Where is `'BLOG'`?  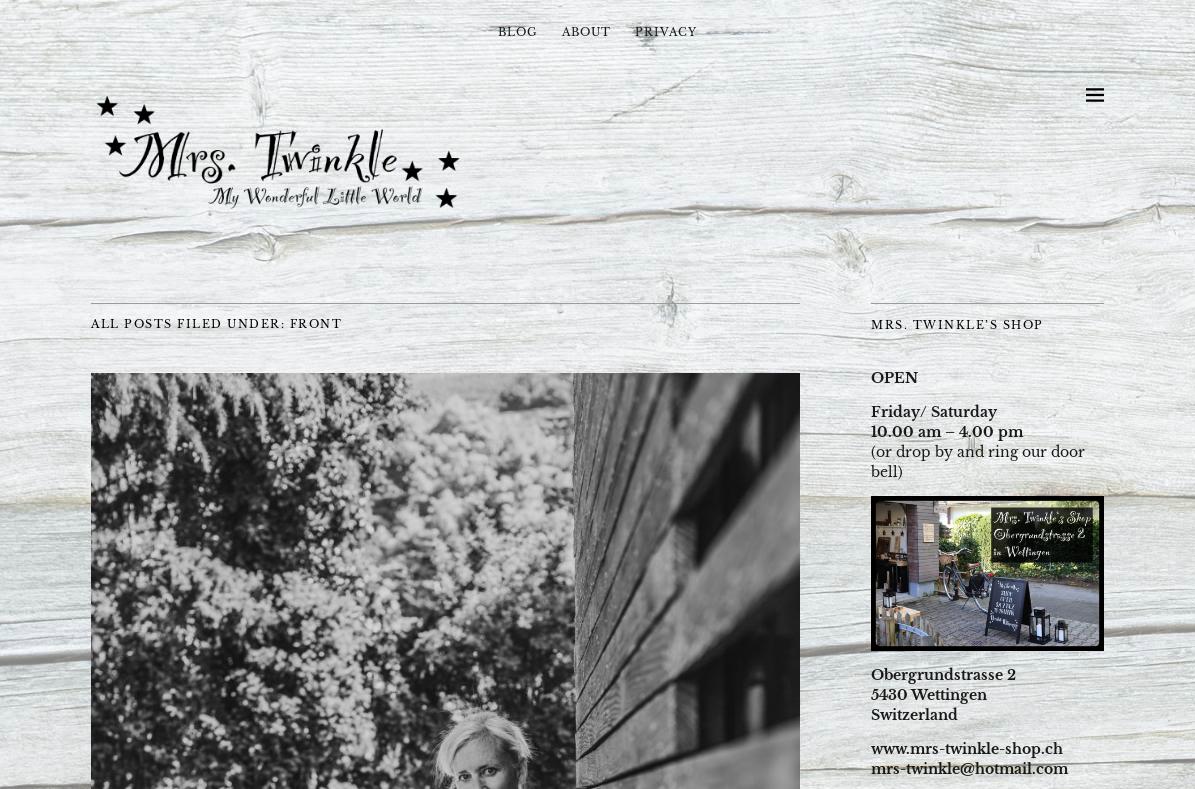
'BLOG' is located at coordinates (517, 31).